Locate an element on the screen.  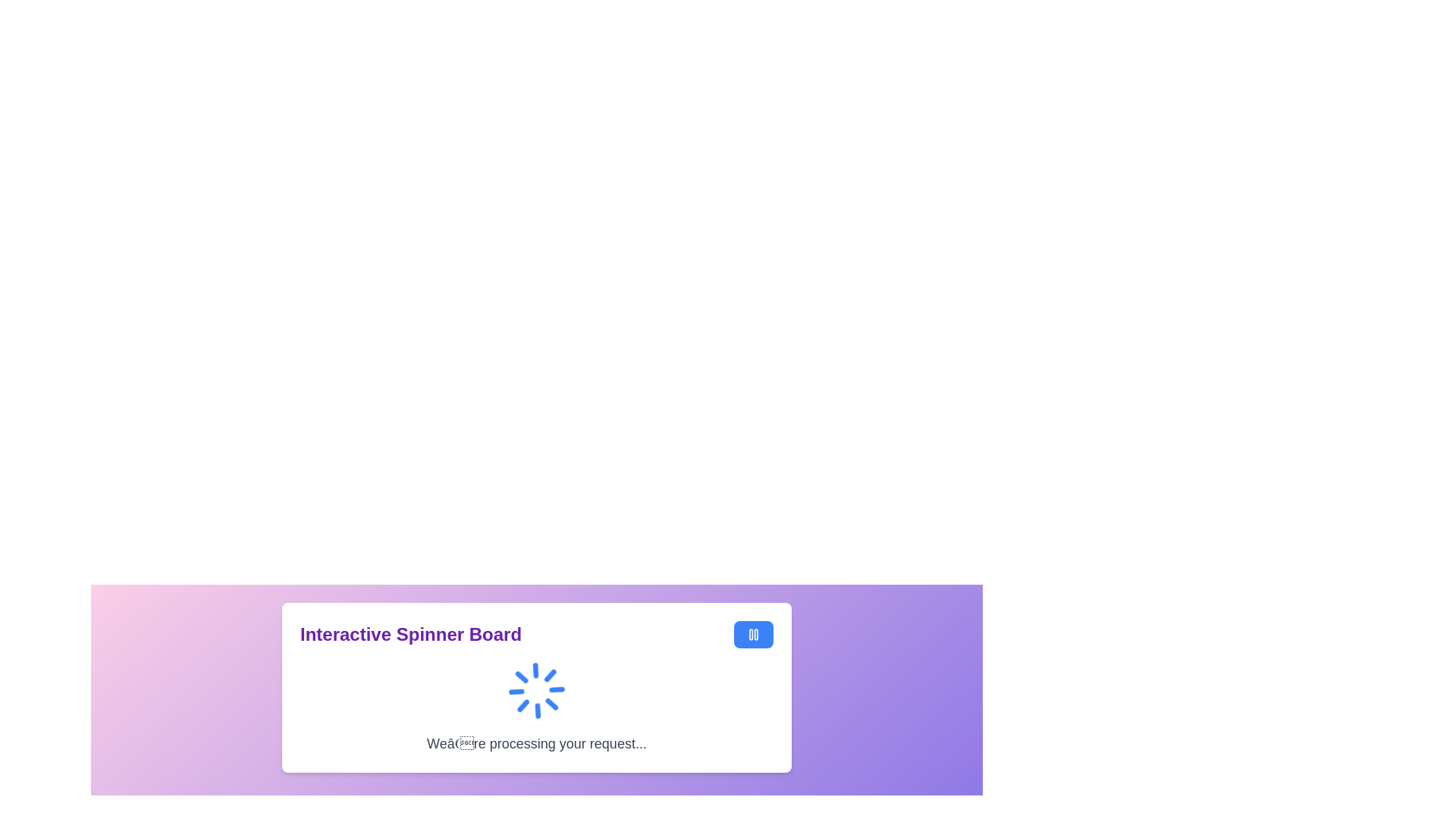
the decorative segment of the spinner located under the title 'Interactive Spinner Board', positioned clockwise to the upper-right side of the spinner's center is located at coordinates (522, 704).